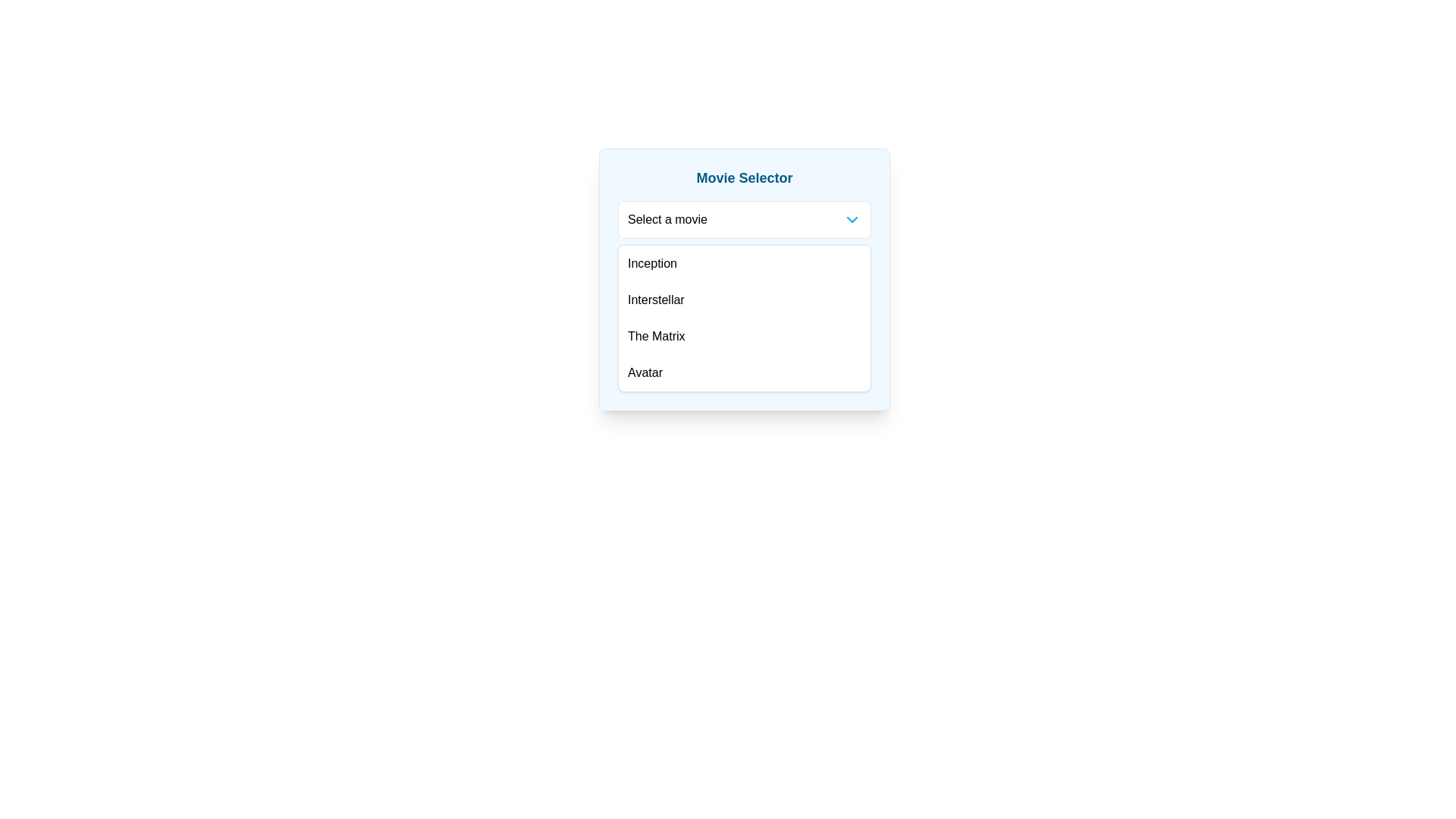 The width and height of the screenshot is (1456, 819). I want to click on the 'Inception' movie option in the dropdown list titled 'Movie Selector', so click(745, 262).